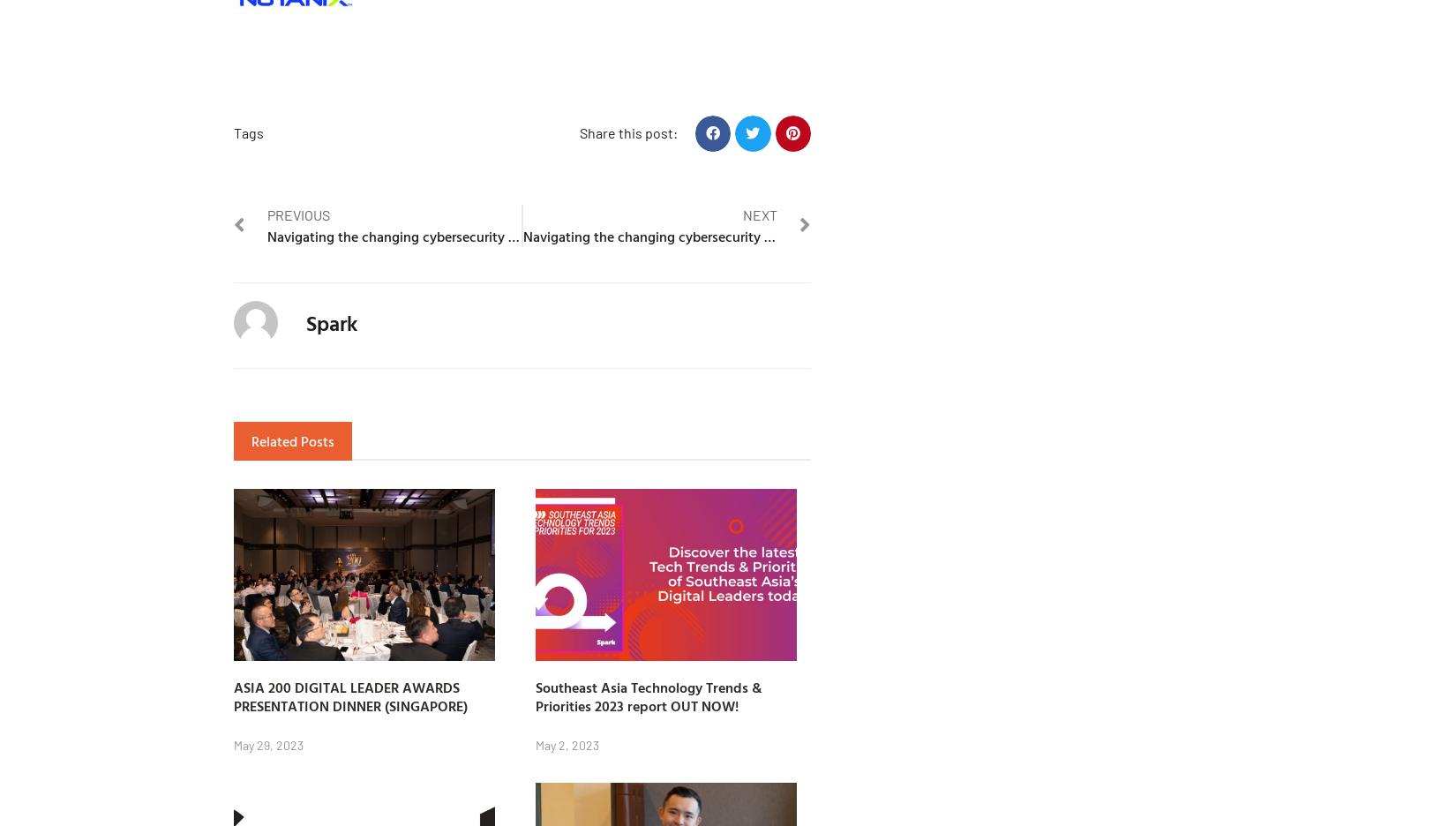  I want to click on 'Next', so click(760, 213).